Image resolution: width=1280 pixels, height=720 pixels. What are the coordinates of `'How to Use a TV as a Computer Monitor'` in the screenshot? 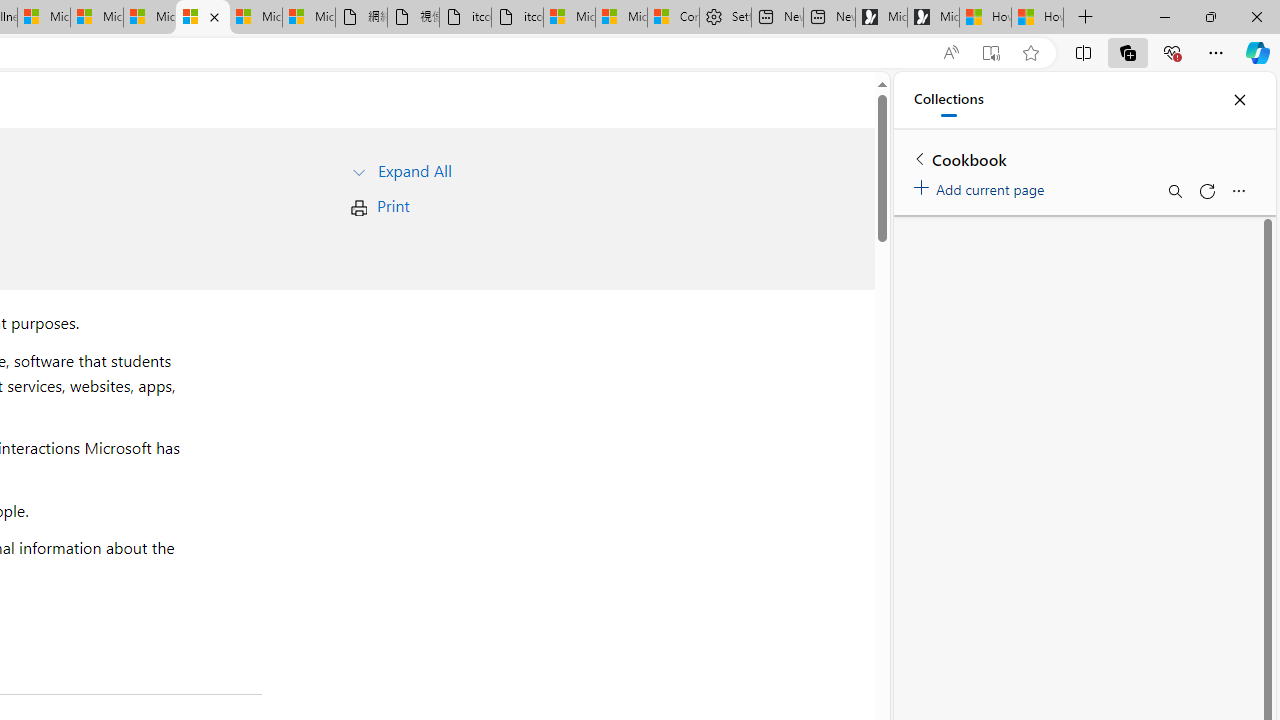 It's located at (1038, 17).